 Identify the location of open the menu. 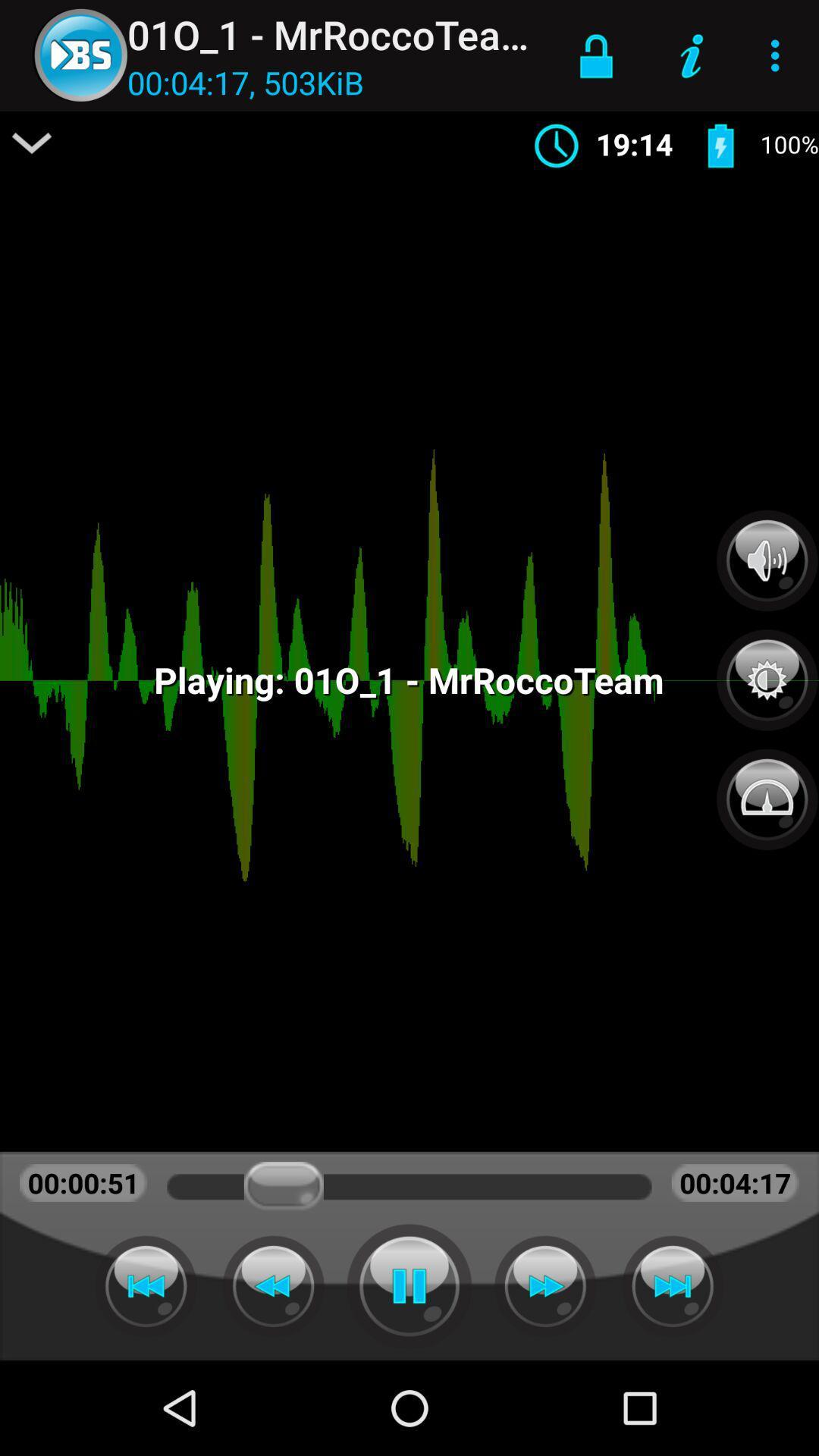
(32, 143).